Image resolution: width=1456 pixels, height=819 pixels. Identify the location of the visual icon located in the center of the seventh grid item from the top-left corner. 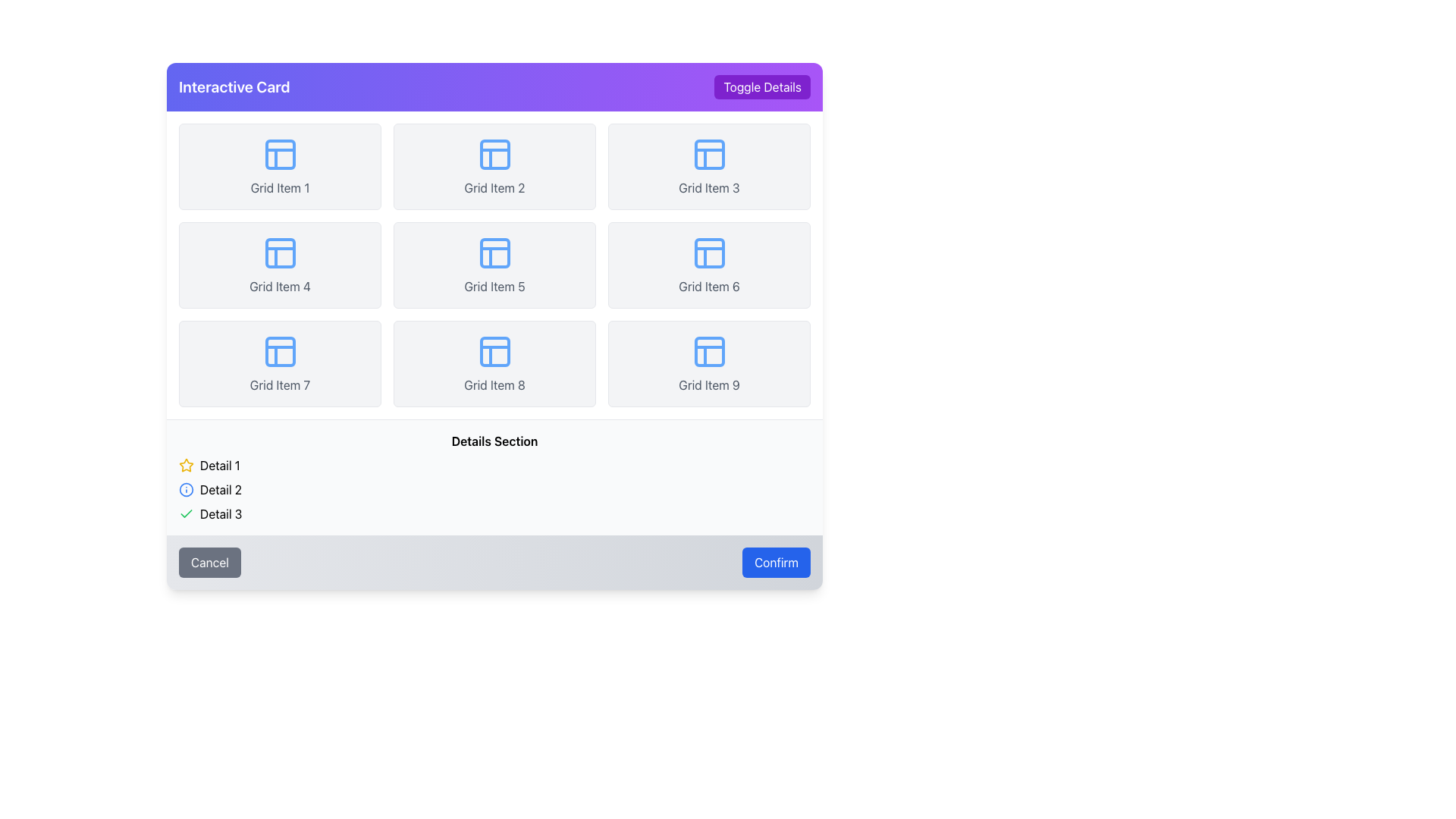
(280, 351).